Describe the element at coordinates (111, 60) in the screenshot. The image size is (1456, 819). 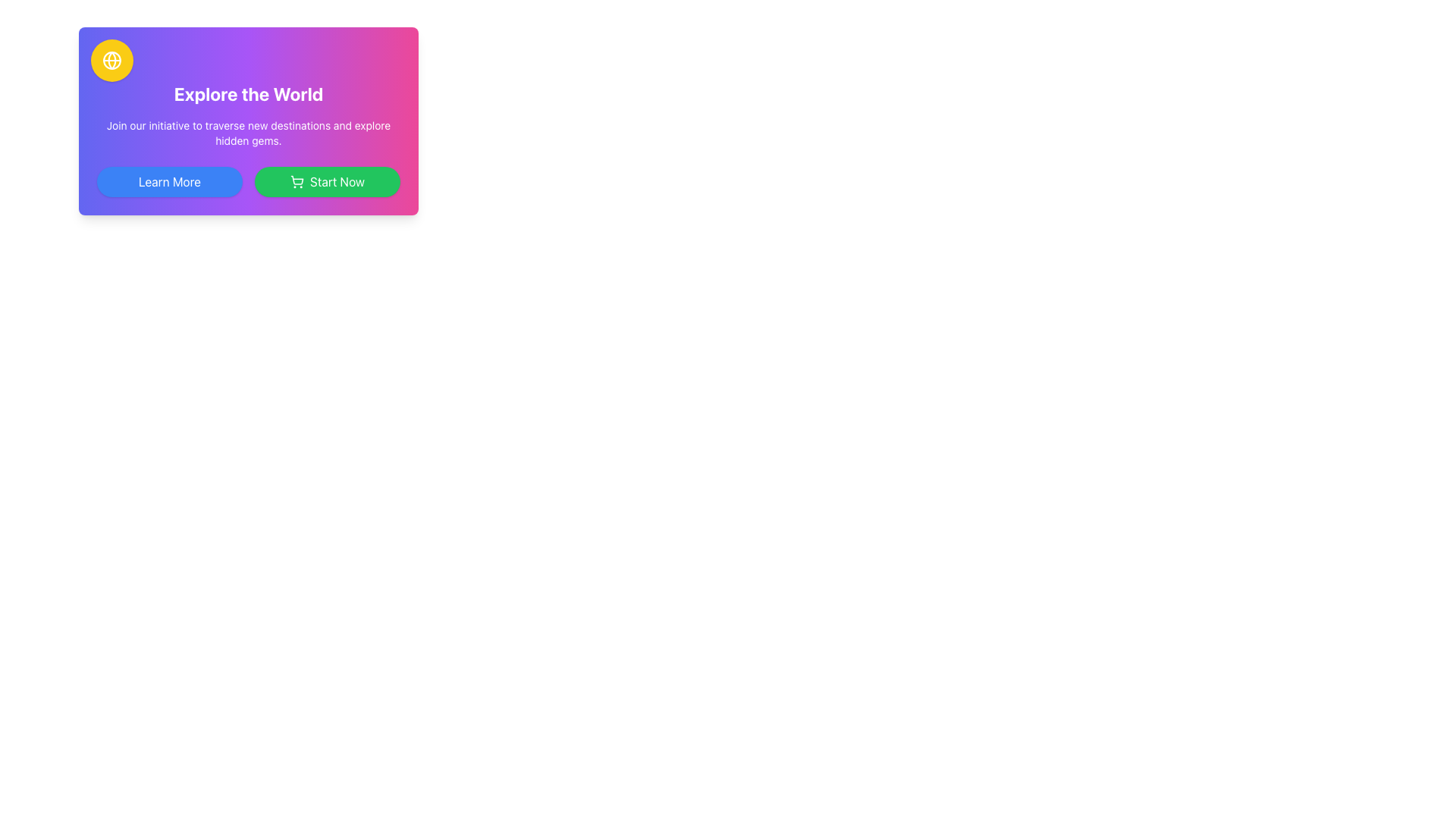
I see `the globe icon located at the upper-left corner of the brightly colored card, which features a gradient background and is aligned near the text 'Explore the World'` at that location.